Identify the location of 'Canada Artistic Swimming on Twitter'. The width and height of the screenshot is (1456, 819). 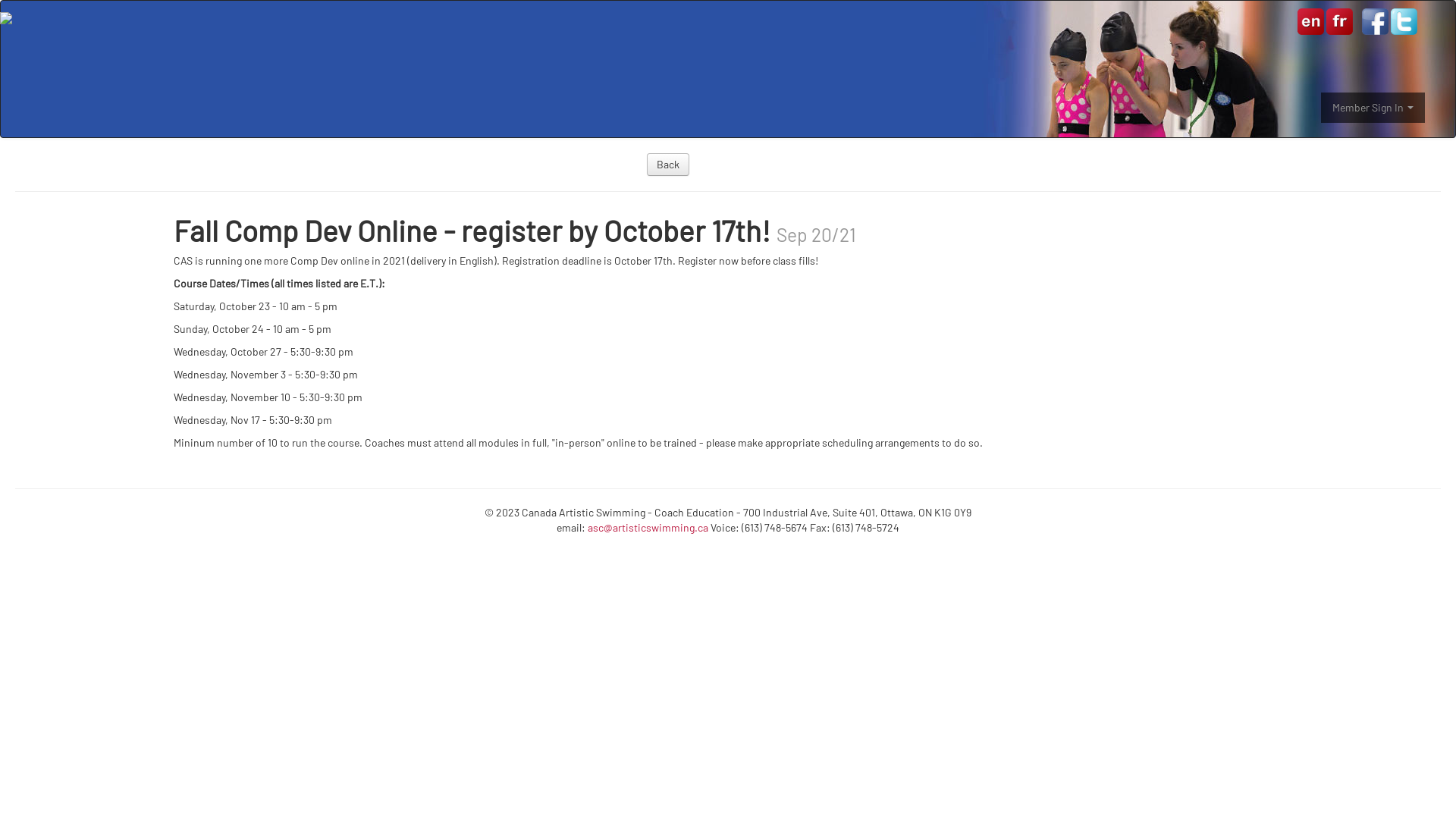
(1403, 21).